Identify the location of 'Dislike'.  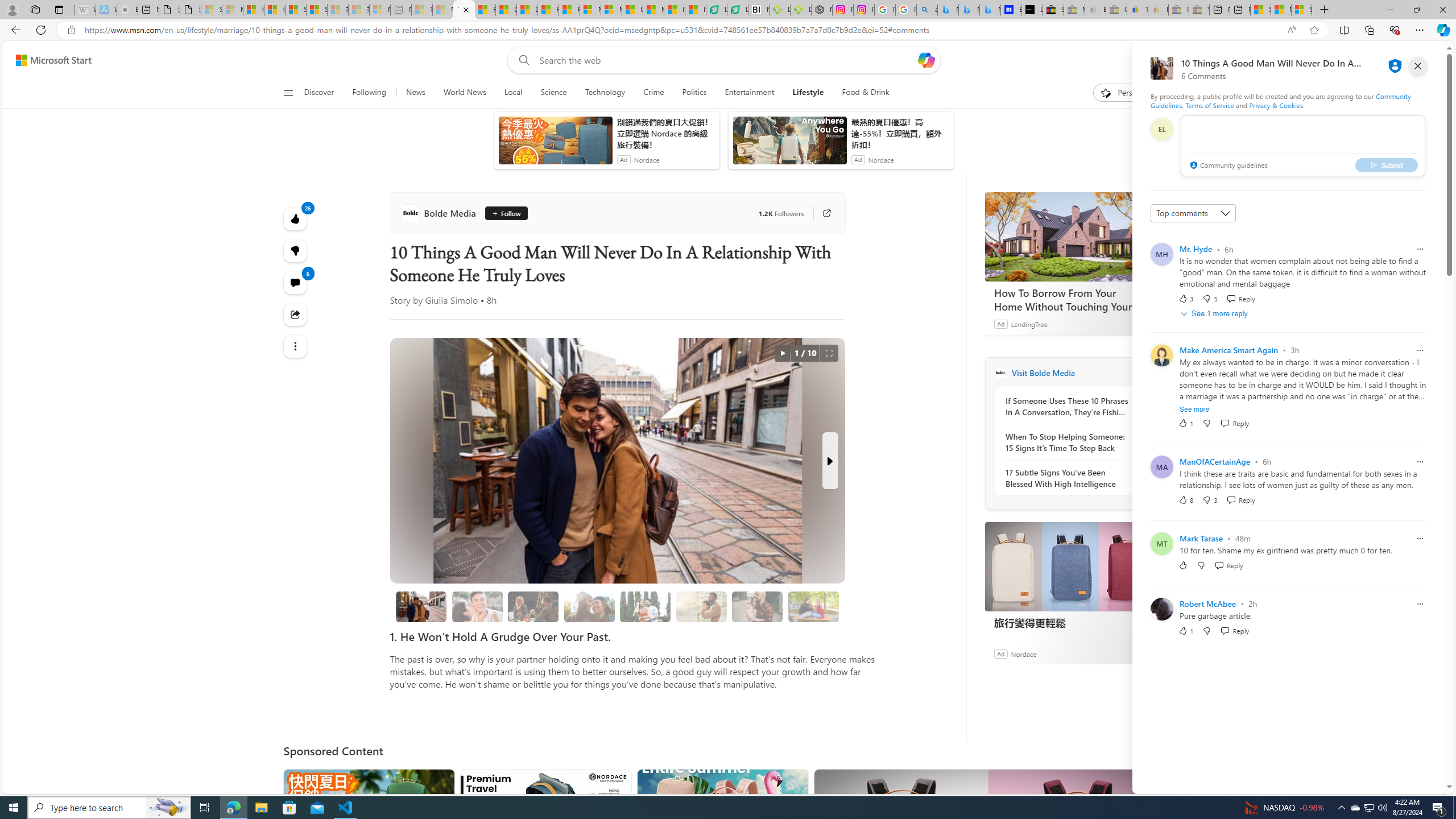
(1207, 630).